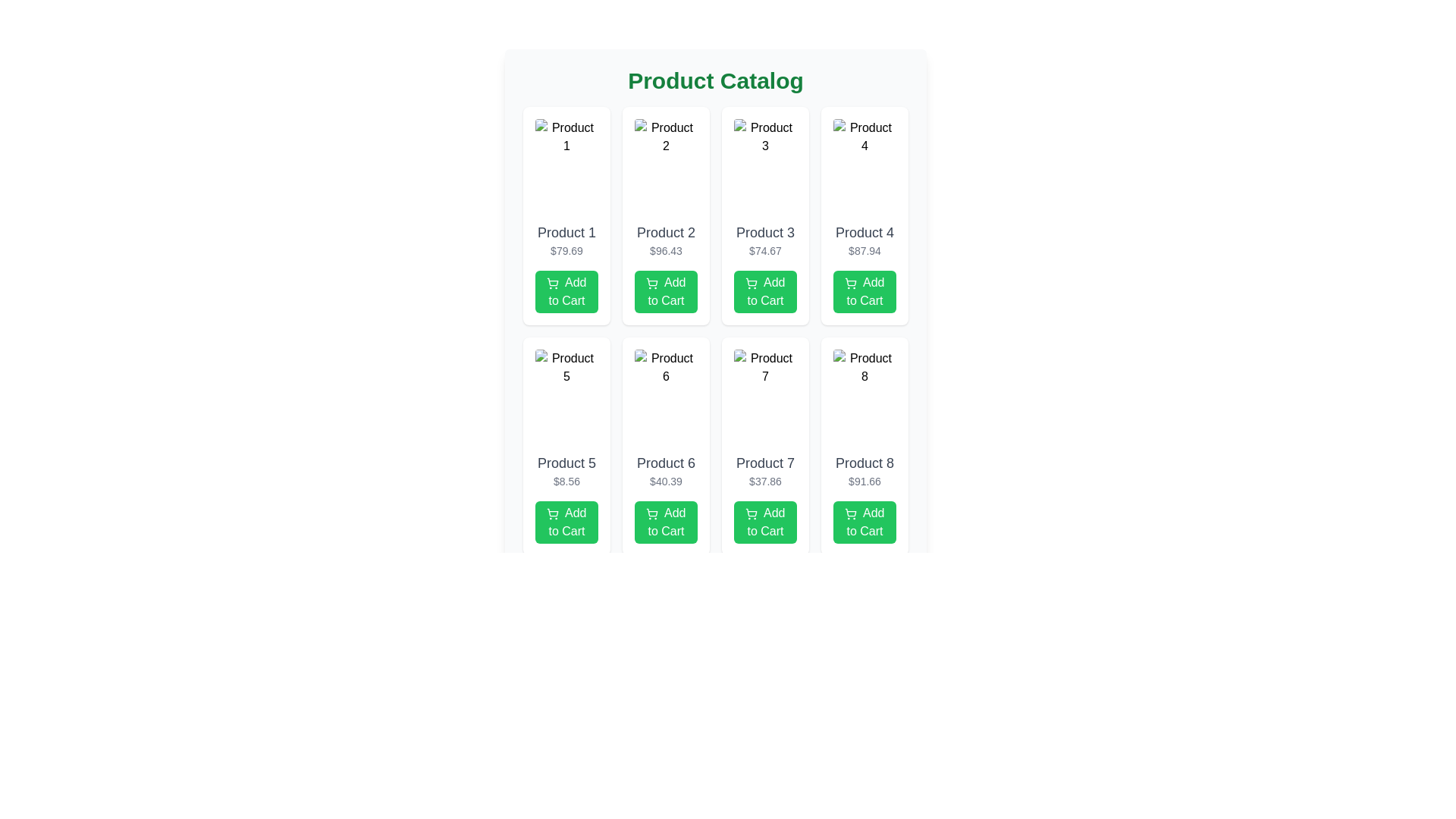 Image resolution: width=1456 pixels, height=819 pixels. Describe the element at coordinates (666, 167) in the screenshot. I see `the image representing 'Product 2' in the product catalog` at that location.